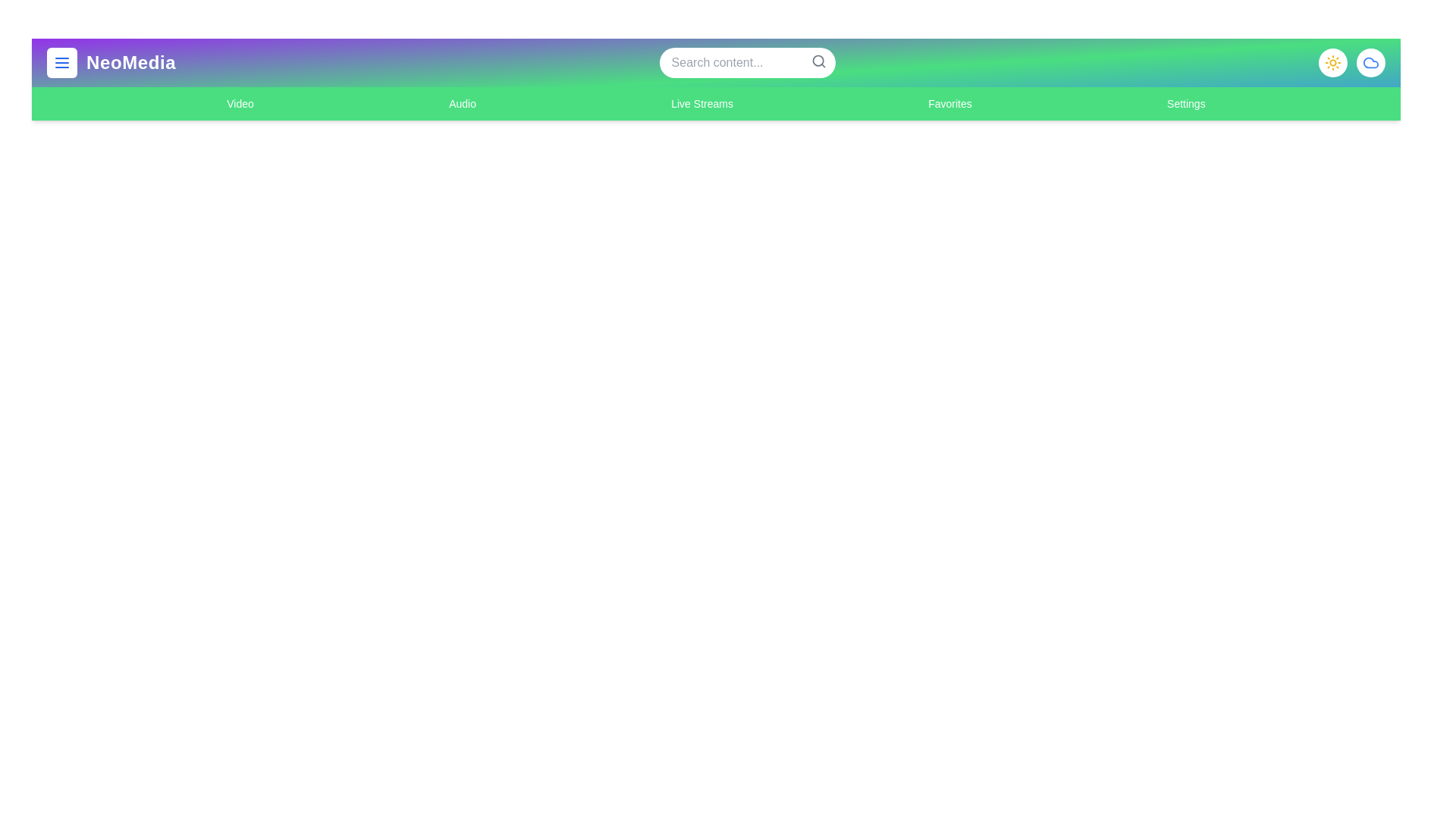 Image resolution: width=1456 pixels, height=819 pixels. I want to click on menu button to open the sidebar or menu, so click(61, 62).